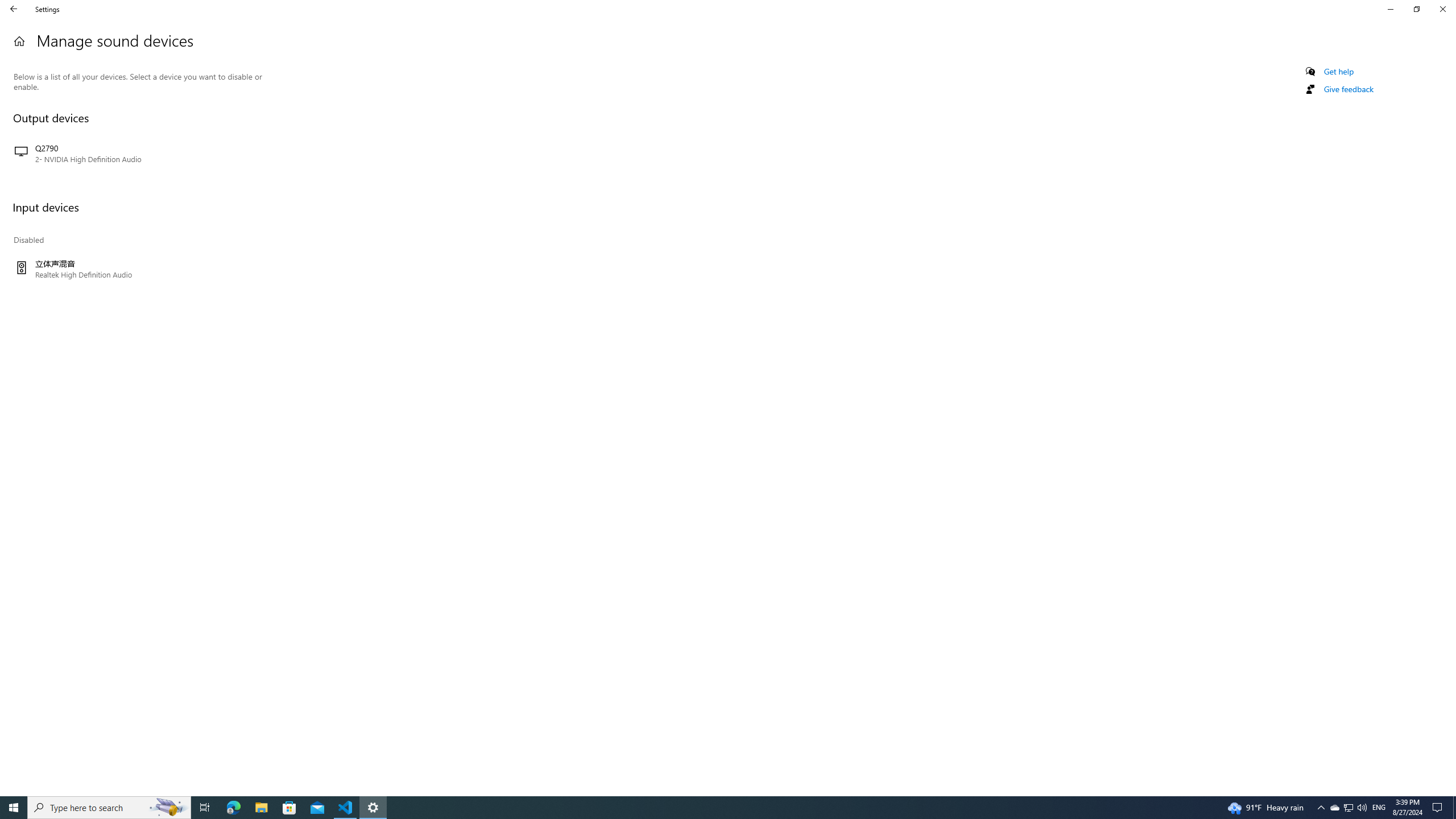 This screenshot has width=1456, height=819. Describe the element at coordinates (14, 9) in the screenshot. I see `'Back'` at that location.